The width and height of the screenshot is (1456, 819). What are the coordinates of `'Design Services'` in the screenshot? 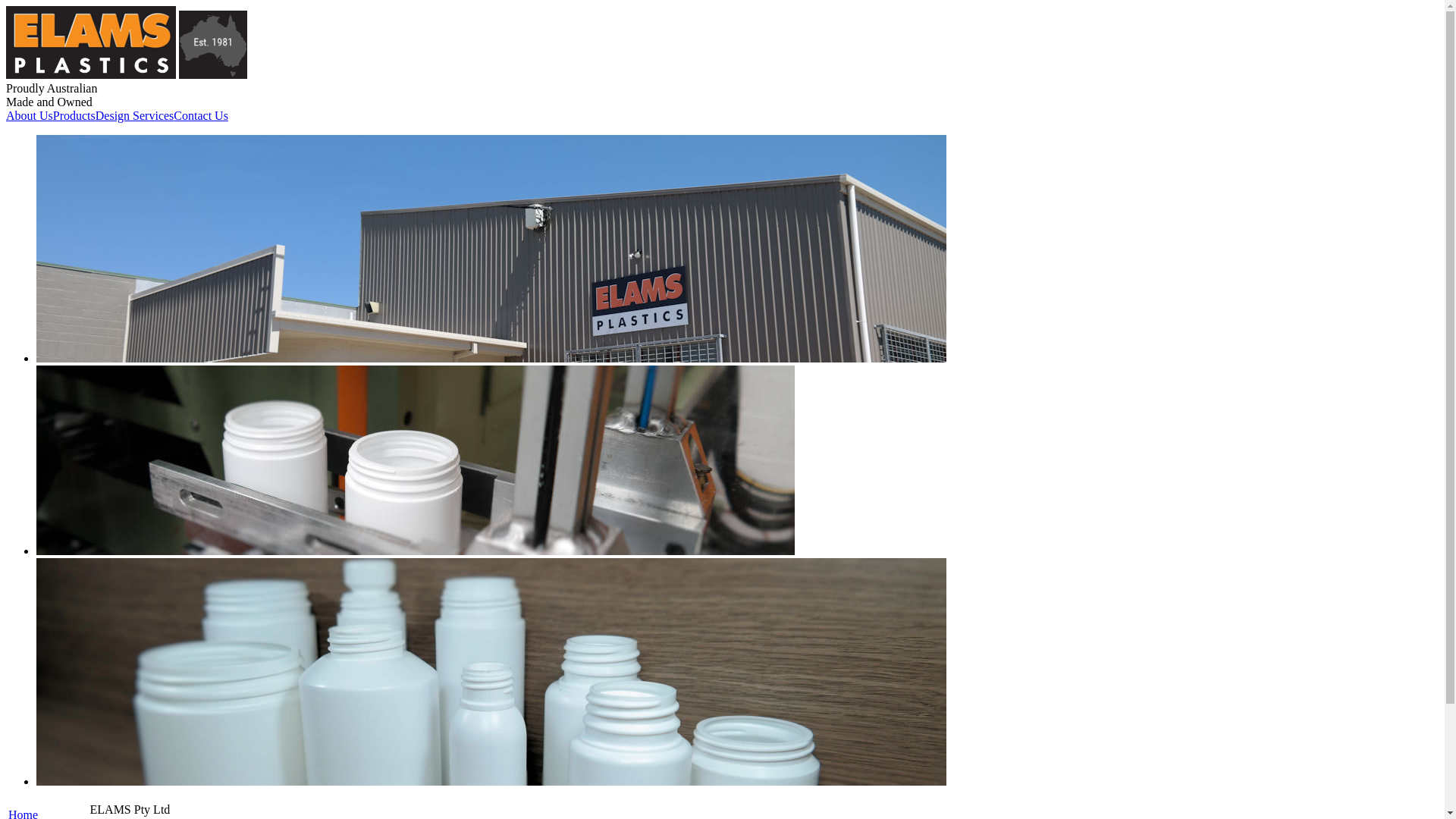 It's located at (94, 115).